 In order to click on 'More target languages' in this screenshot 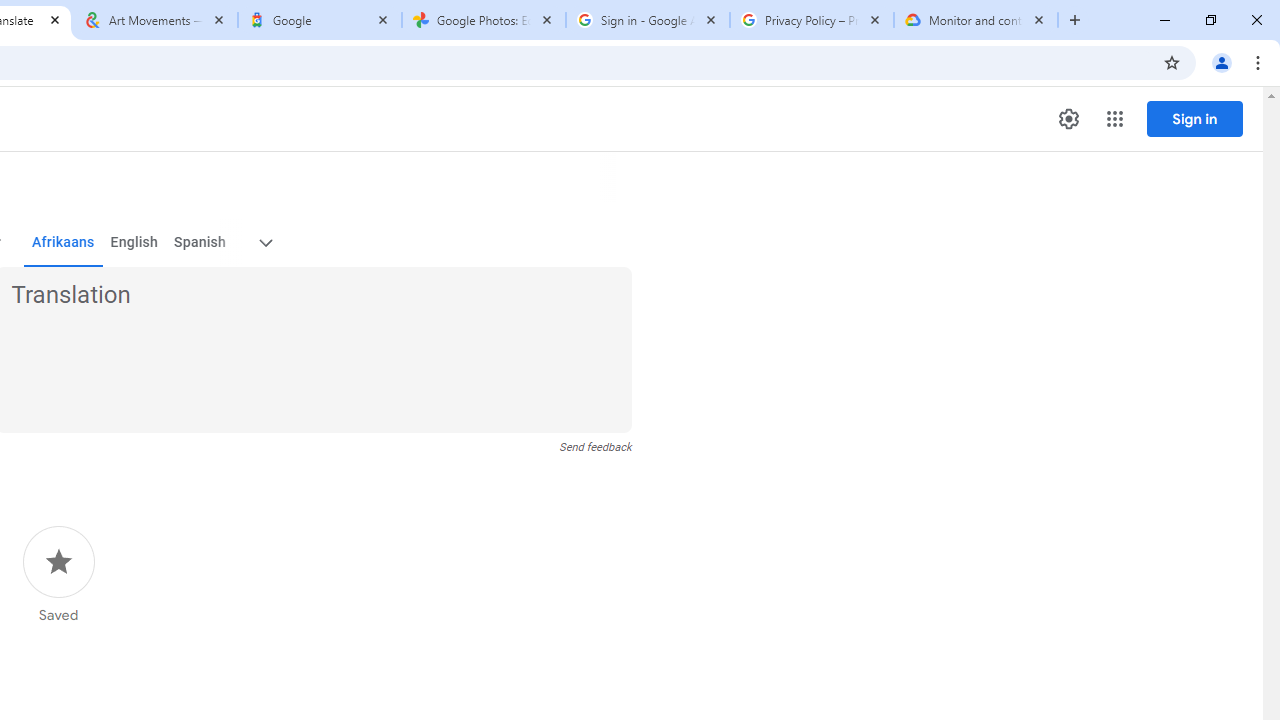, I will do `click(263, 242)`.